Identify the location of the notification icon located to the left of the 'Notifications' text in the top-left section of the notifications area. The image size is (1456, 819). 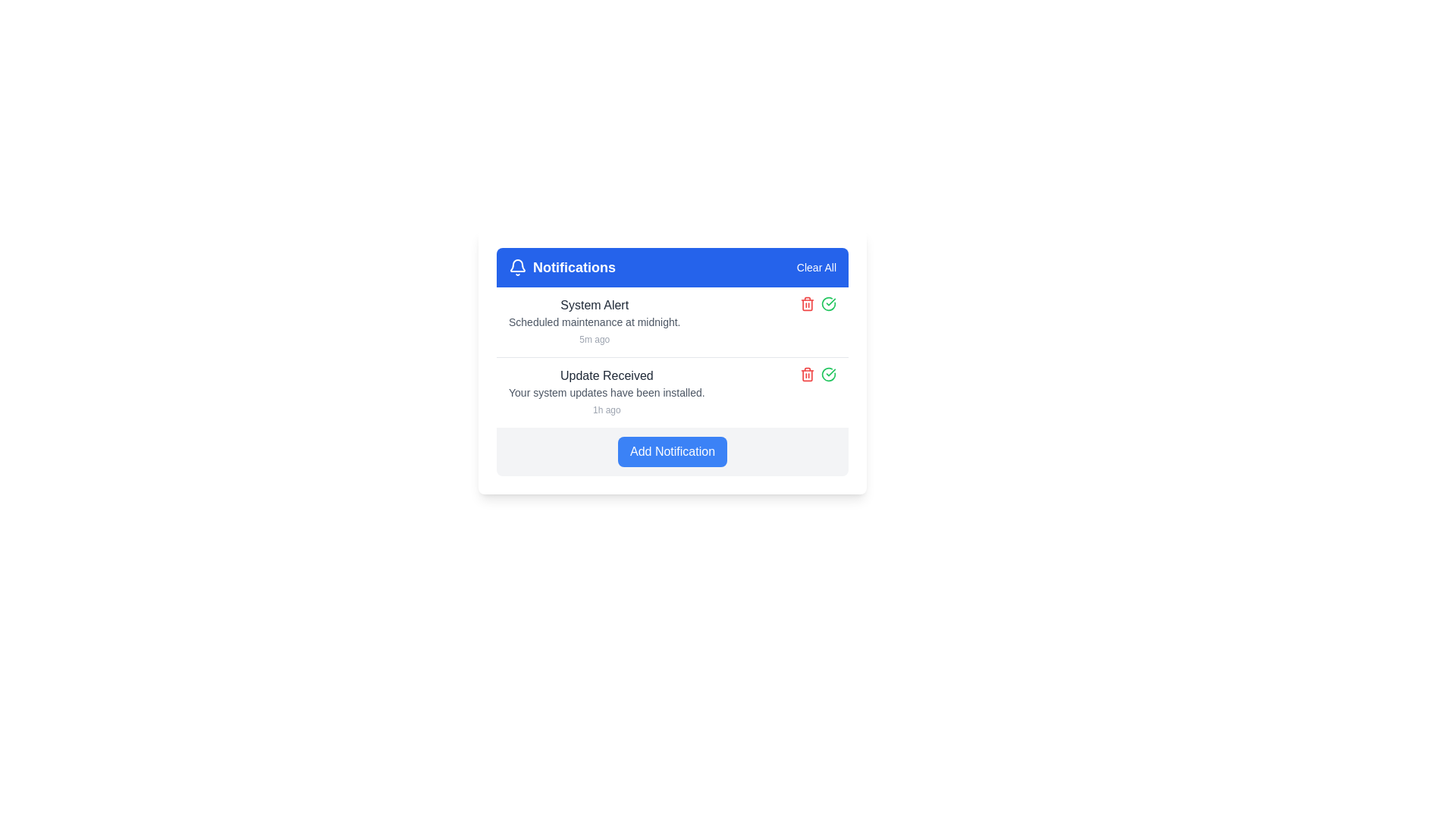
(517, 265).